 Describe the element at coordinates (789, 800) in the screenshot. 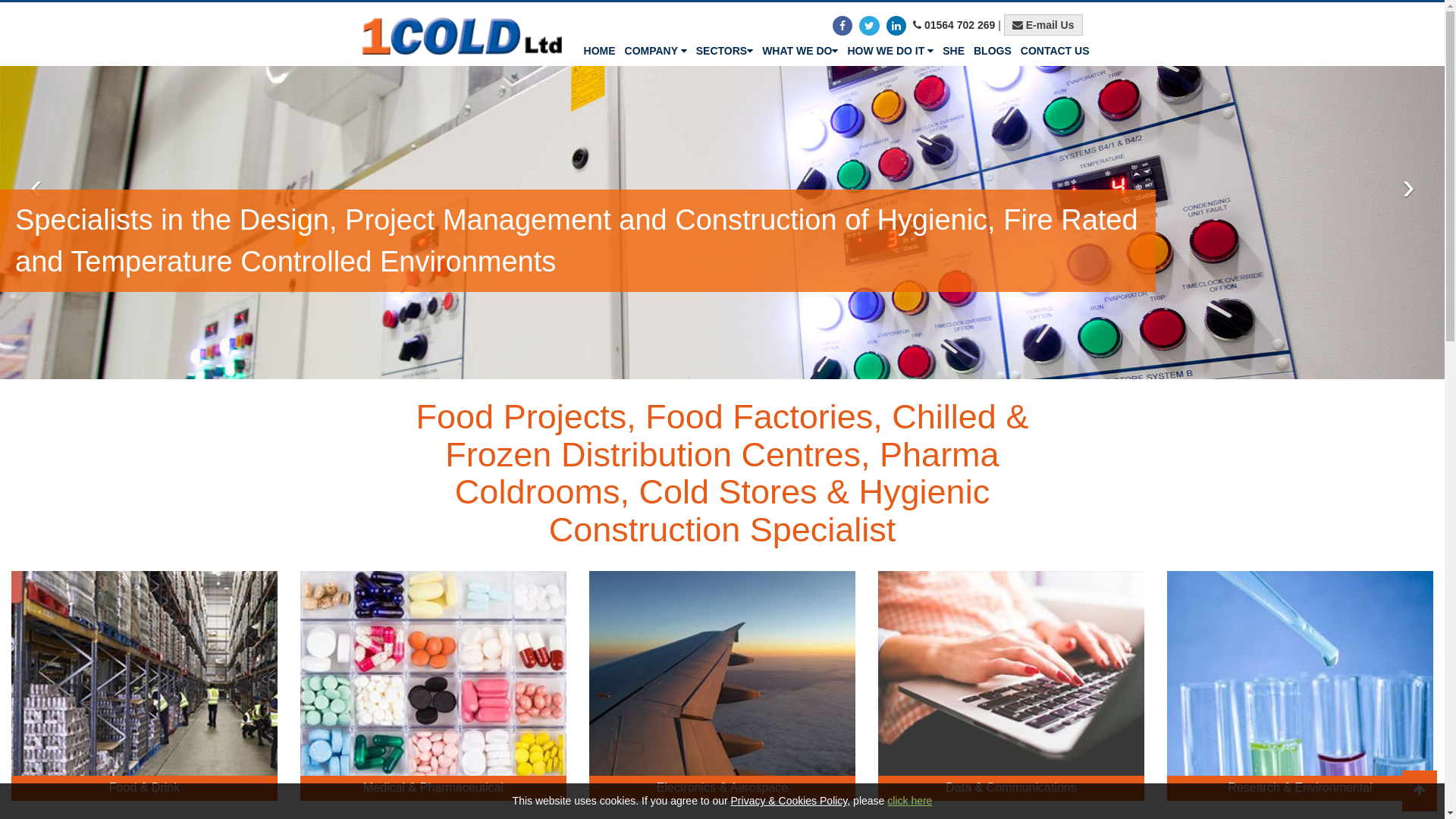

I see `'Privacy & Cookies Policy,'` at that location.